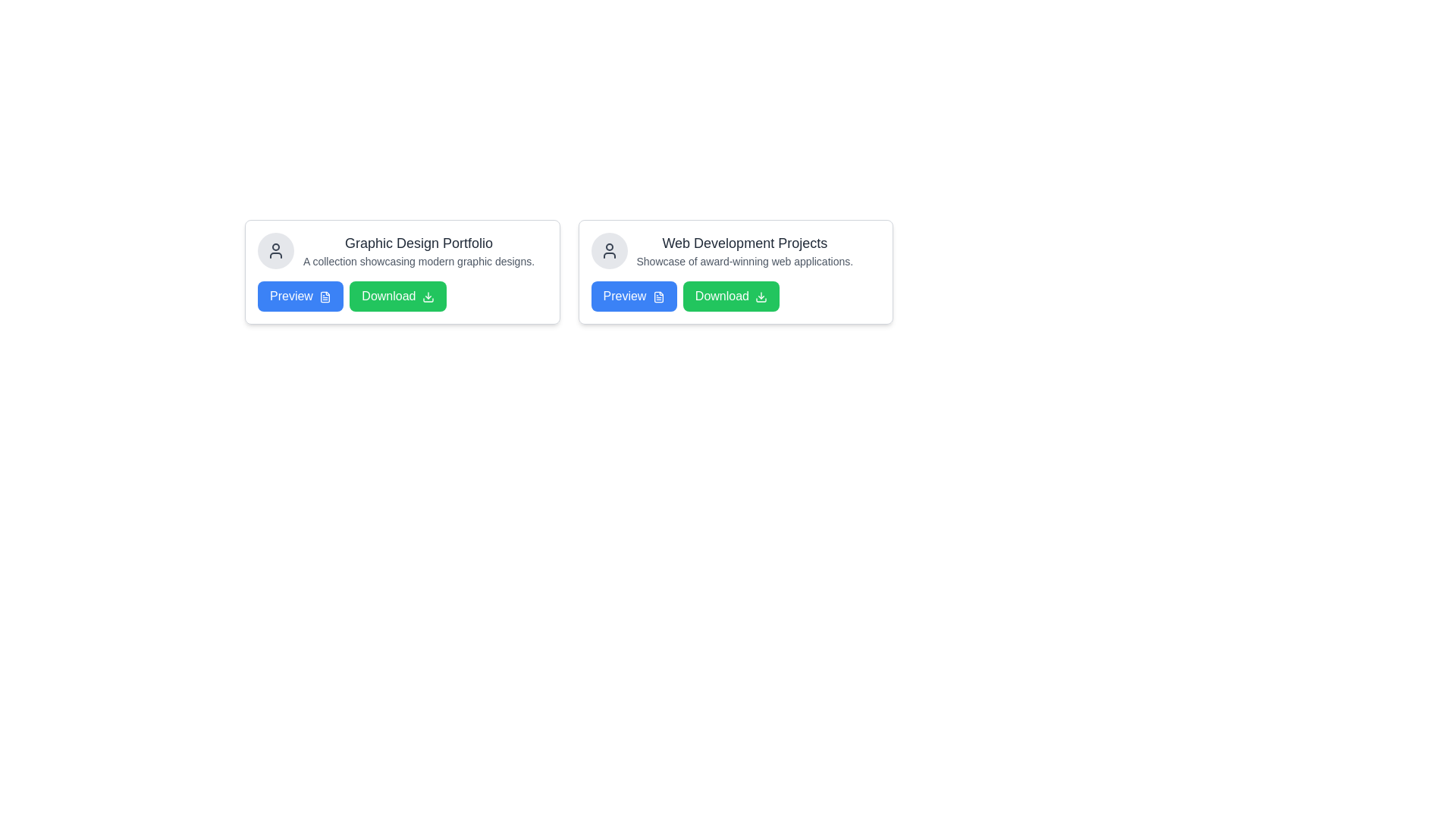  Describe the element at coordinates (736, 250) in the screenshot. I see `the Text block that serves as the header and description section of the card, located prominently in the upper half next to a user symbol` at that location.